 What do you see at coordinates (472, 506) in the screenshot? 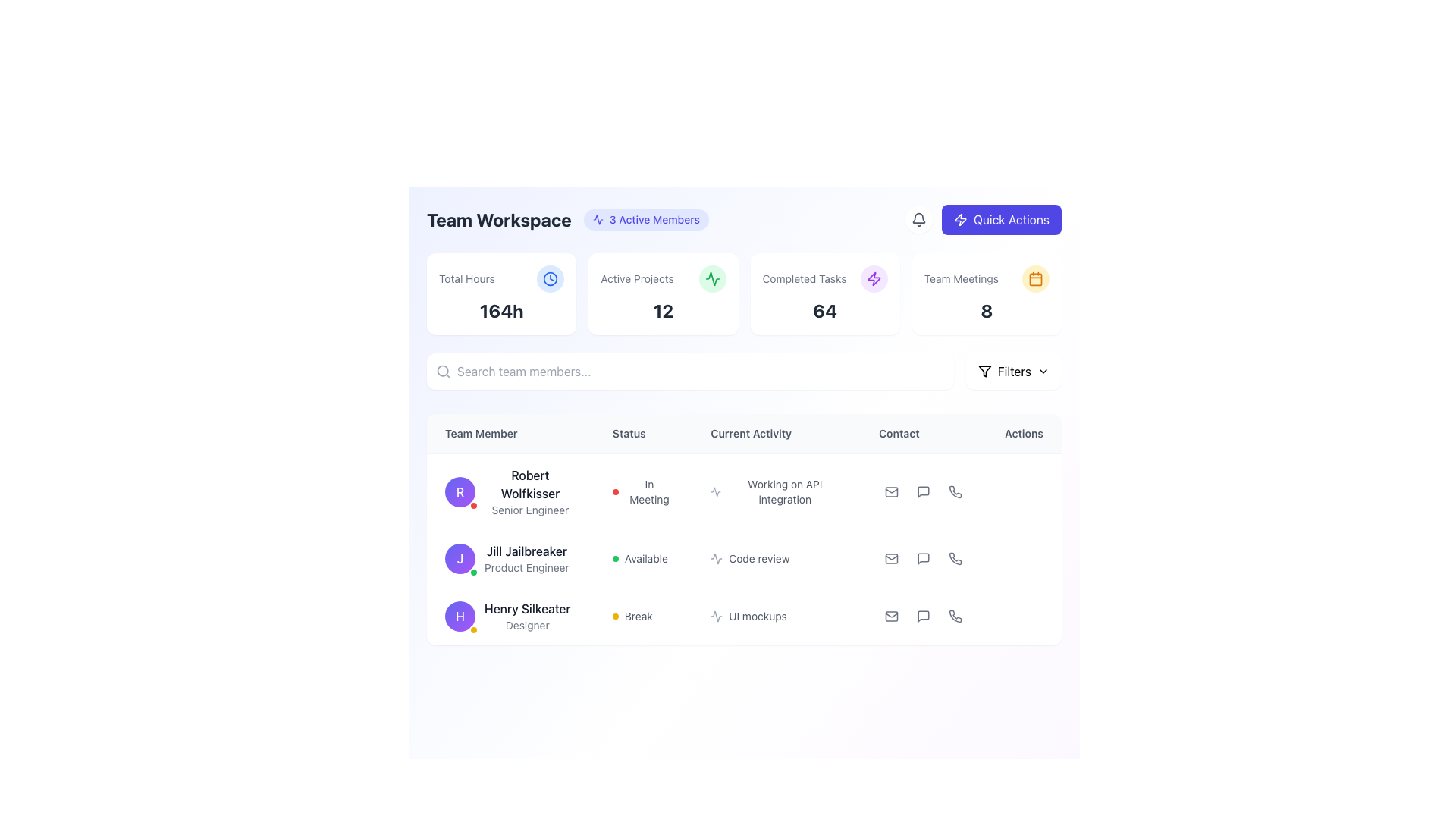
I see `the small status indicator or notification badge located at the bottom-right corner of the avatar with the letter 'R' inside, which is part of the first row in the 'Team Member' column under 'Robert Wolfkisser'` at bounding box center [472, 506].